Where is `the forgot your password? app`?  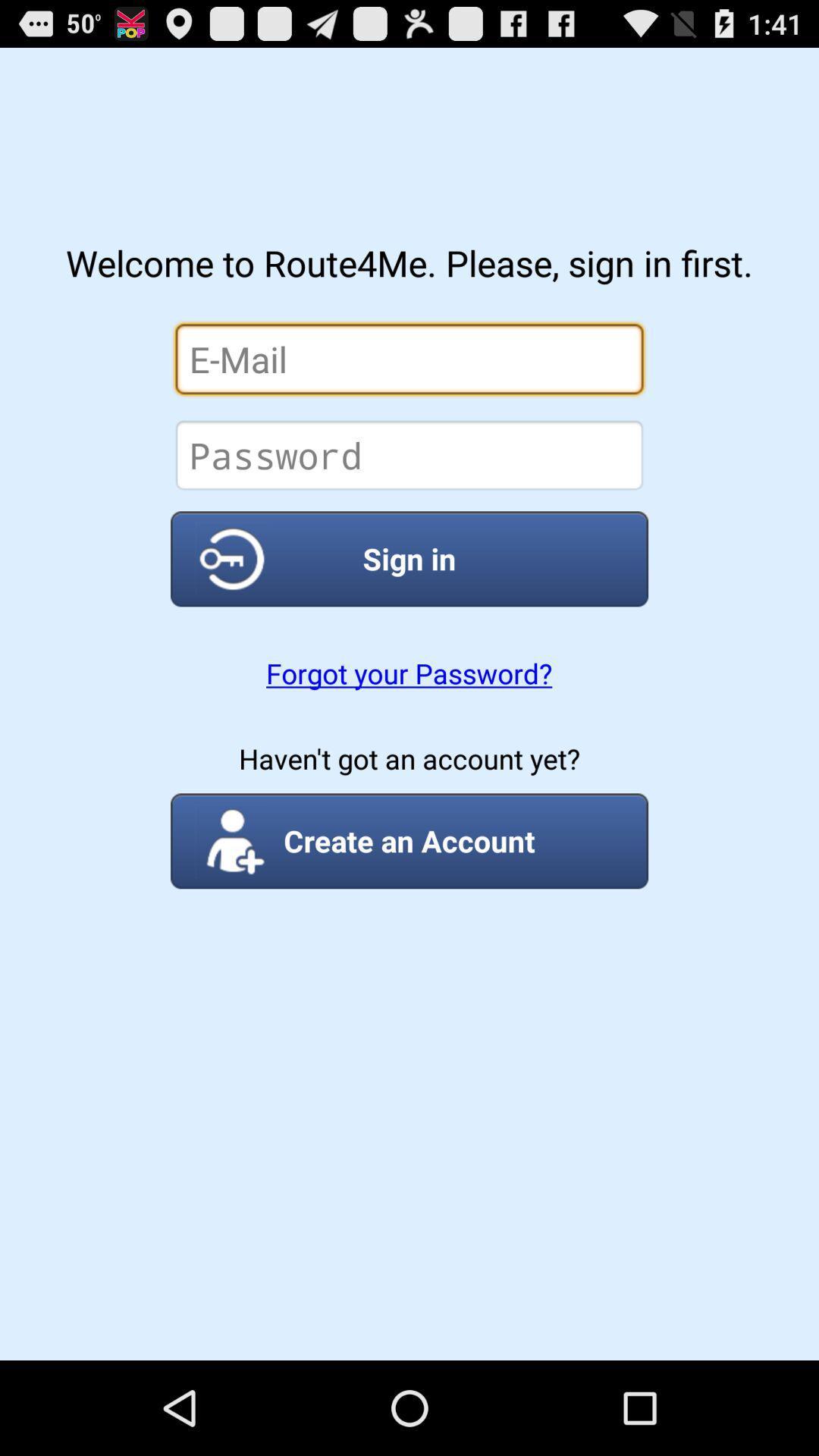 the forgot your password? app is located at coordinates (408, 673).